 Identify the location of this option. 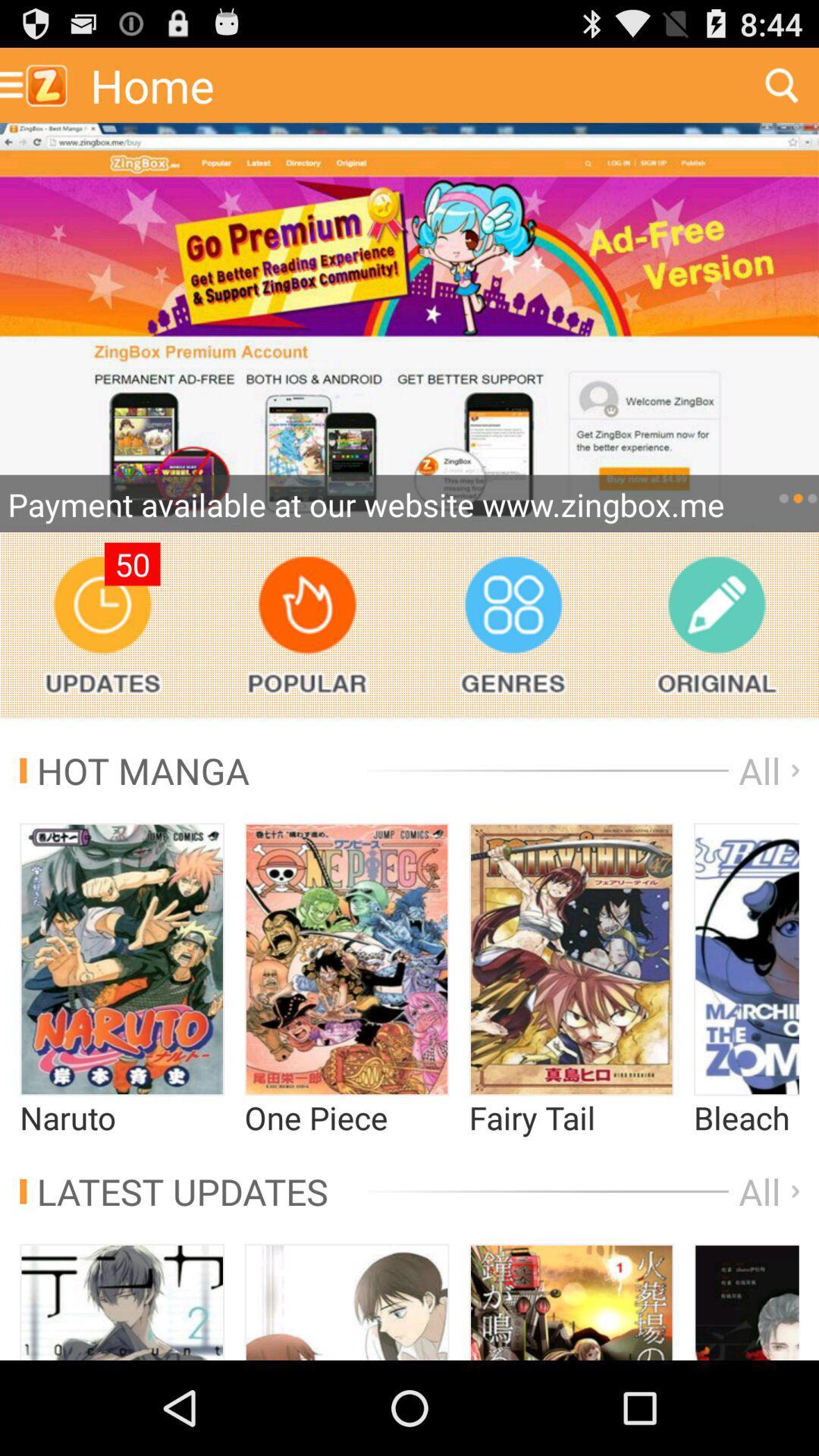
(745, 959).